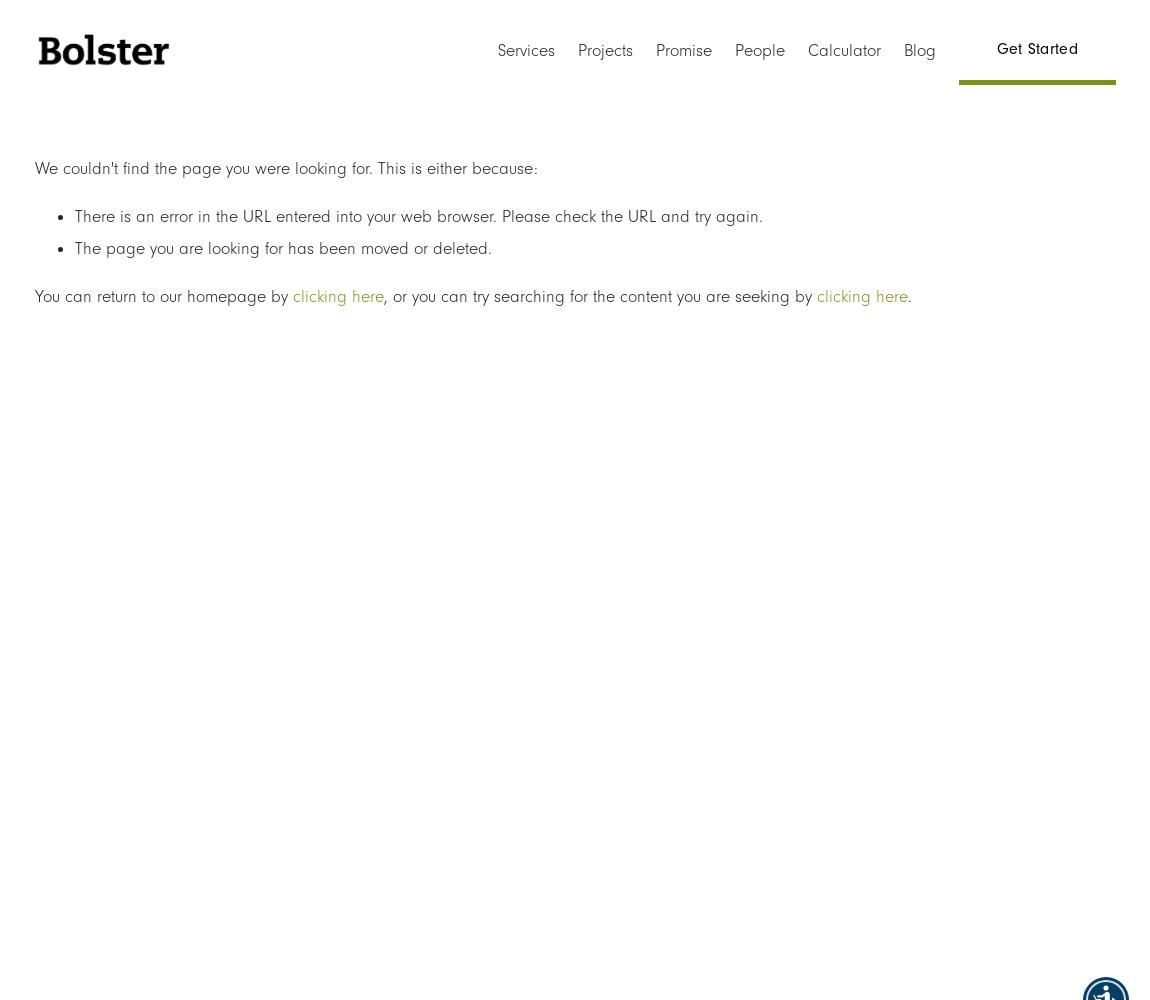  Describe the element at coordinates (284, 167) in the screenshot. I see `'We couldn't find the page you were looking for. This is either because:'` at that location.